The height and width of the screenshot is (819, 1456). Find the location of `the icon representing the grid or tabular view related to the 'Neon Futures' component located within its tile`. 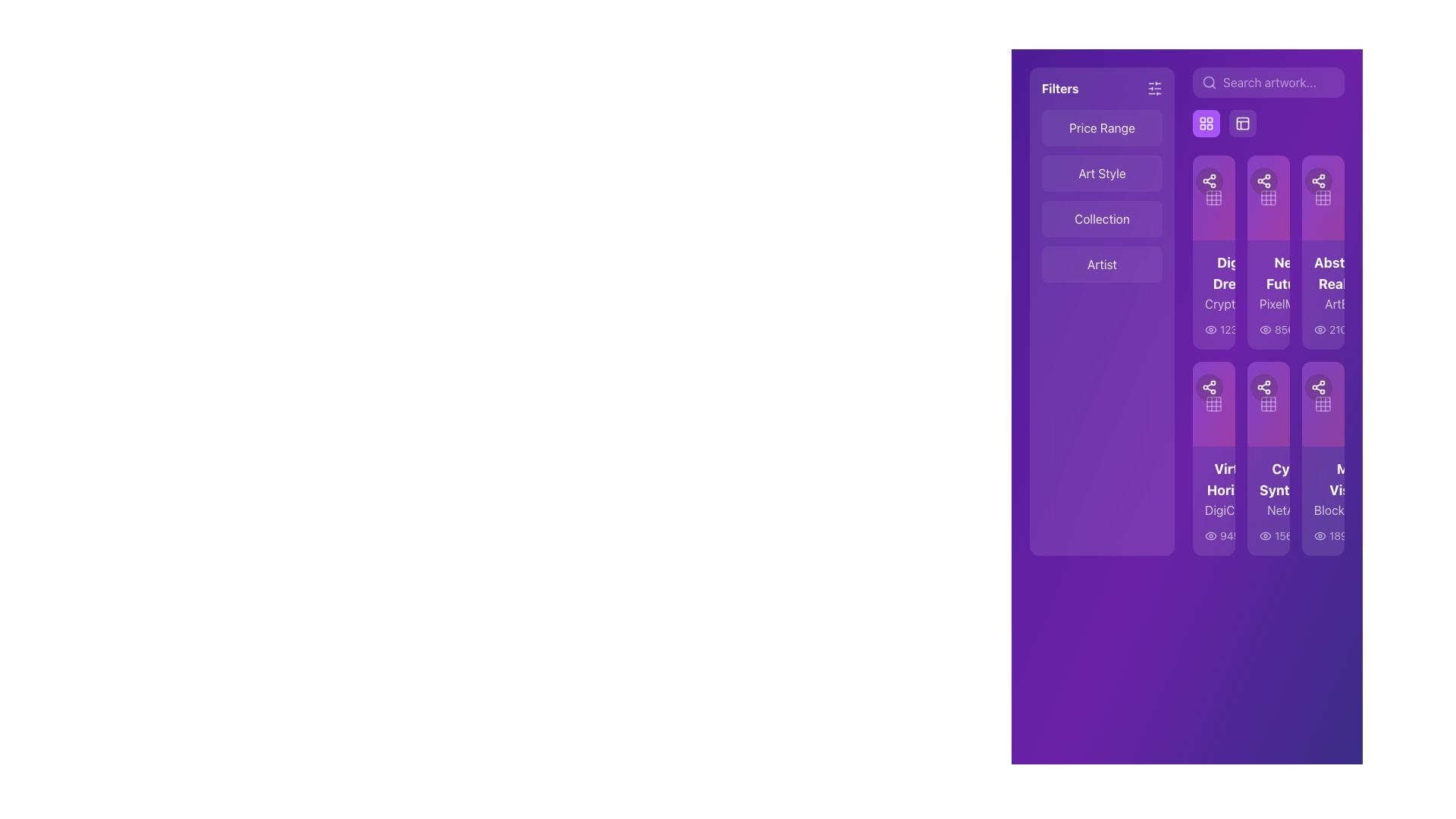

the icon representing the grid or tabular view related to the 'Neon Futures' component located within its tile is located at coordinates (1269, 197).